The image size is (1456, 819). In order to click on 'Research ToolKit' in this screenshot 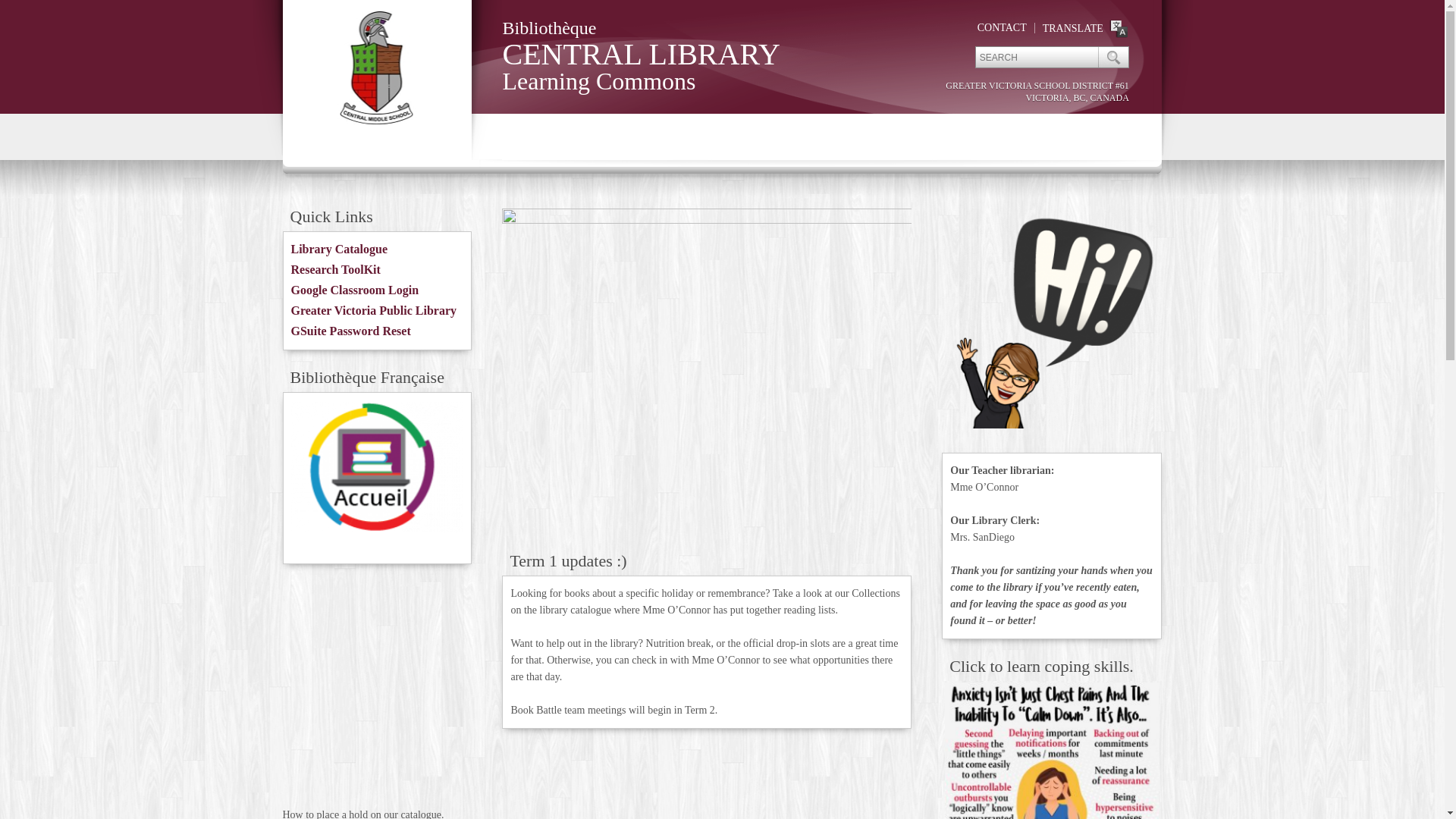, I will do `click(334, 268)`.